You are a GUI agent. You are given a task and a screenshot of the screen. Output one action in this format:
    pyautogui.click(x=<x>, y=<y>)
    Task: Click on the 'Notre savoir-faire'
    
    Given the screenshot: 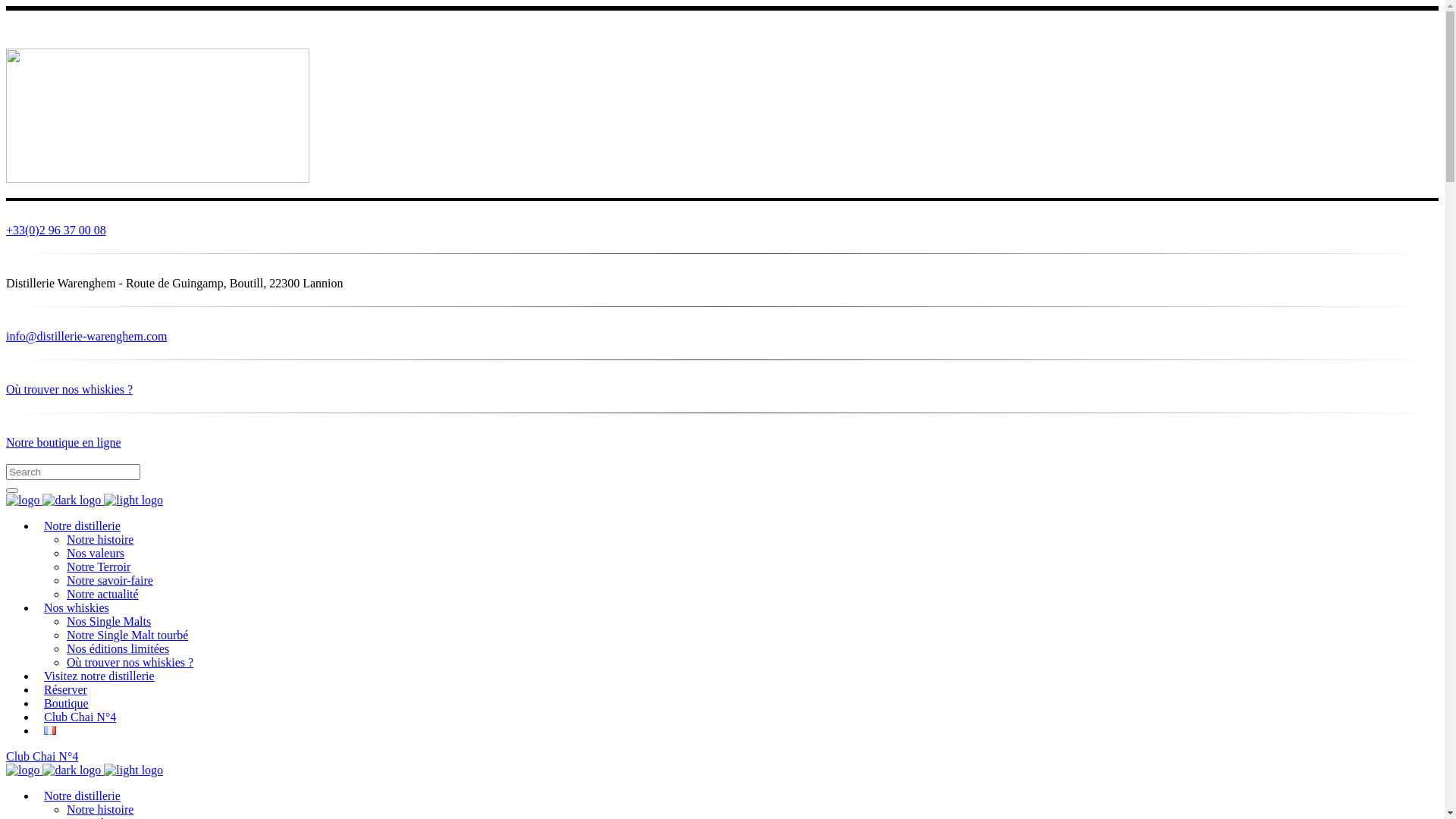 What is the action you would take?
    pyautogui.click(x=65, y=580)
    